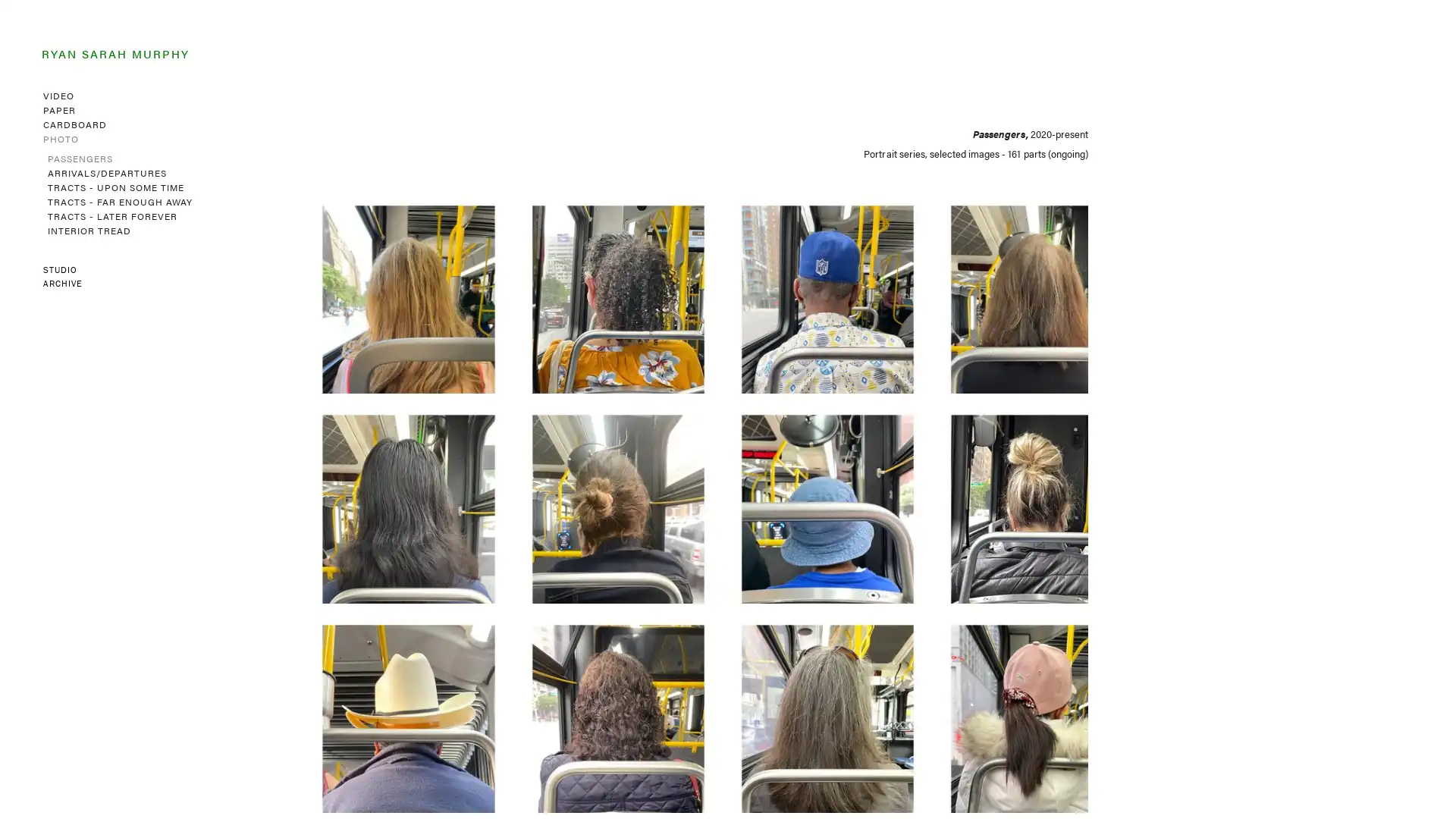 The height and width of the screenshot is (819, 1456). I want to click on View fullsize Passenger 152-.jpeg, so click(573, 698).